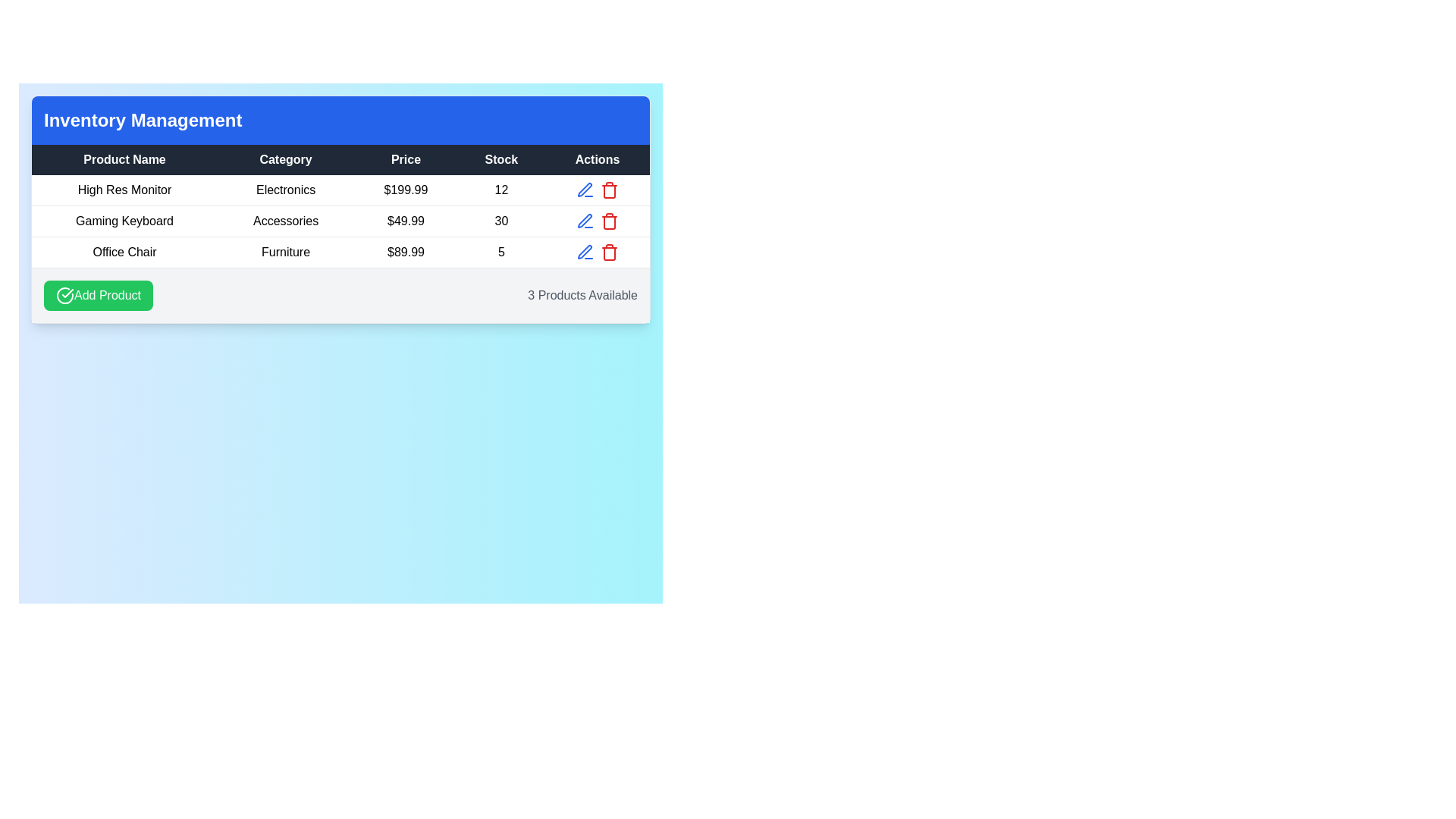  Describe the element at coordinates (406, 190) in the screenshot. I see `the text label displaying the price "$199.99" located in the first row of the data table under the "Price" column` at that location.